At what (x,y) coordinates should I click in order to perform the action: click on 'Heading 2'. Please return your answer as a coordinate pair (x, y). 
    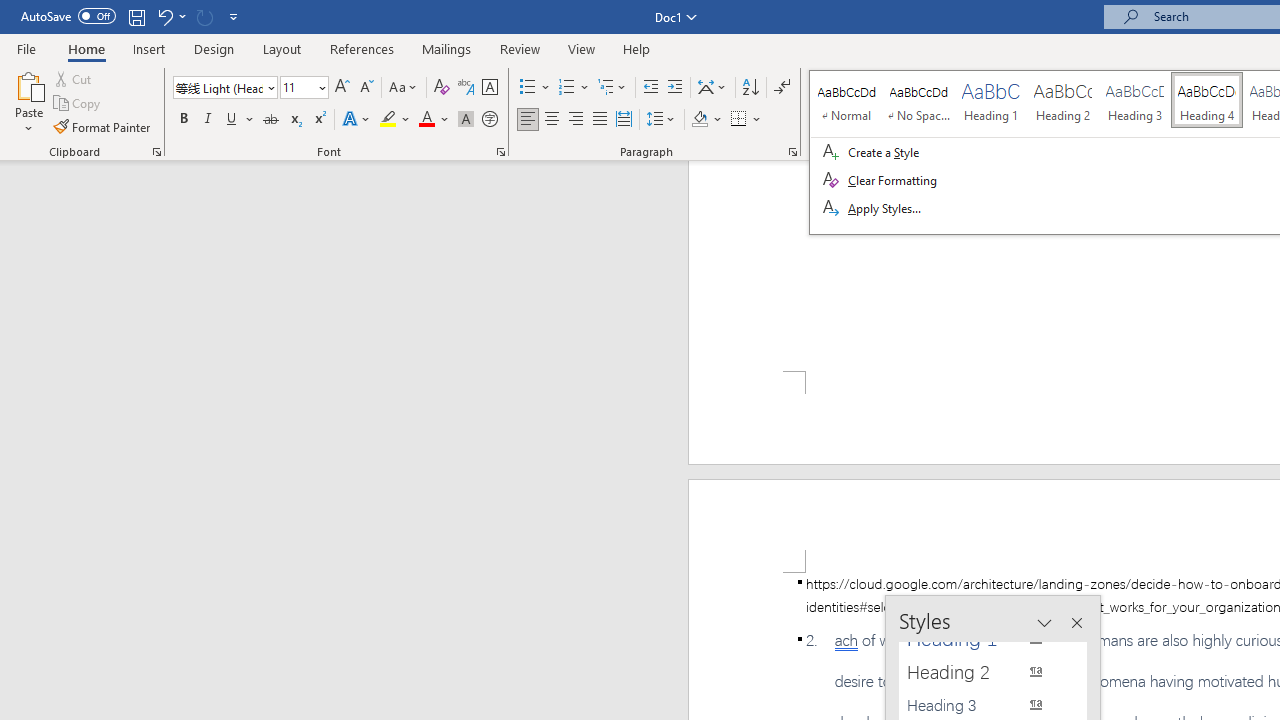
    Looking at the image, I should click on (984, 672).